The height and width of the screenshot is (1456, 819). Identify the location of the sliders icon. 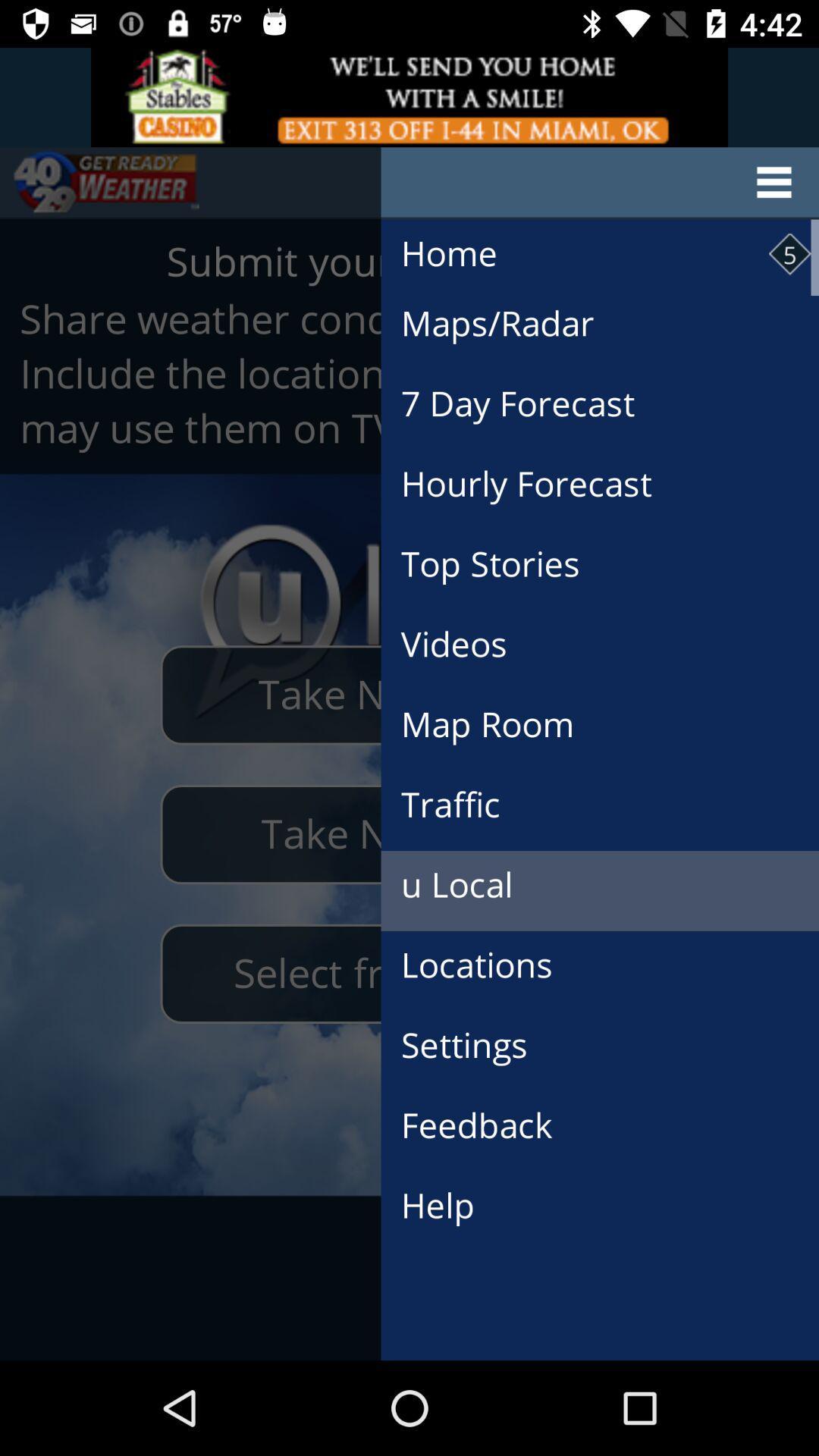
(99, 182).